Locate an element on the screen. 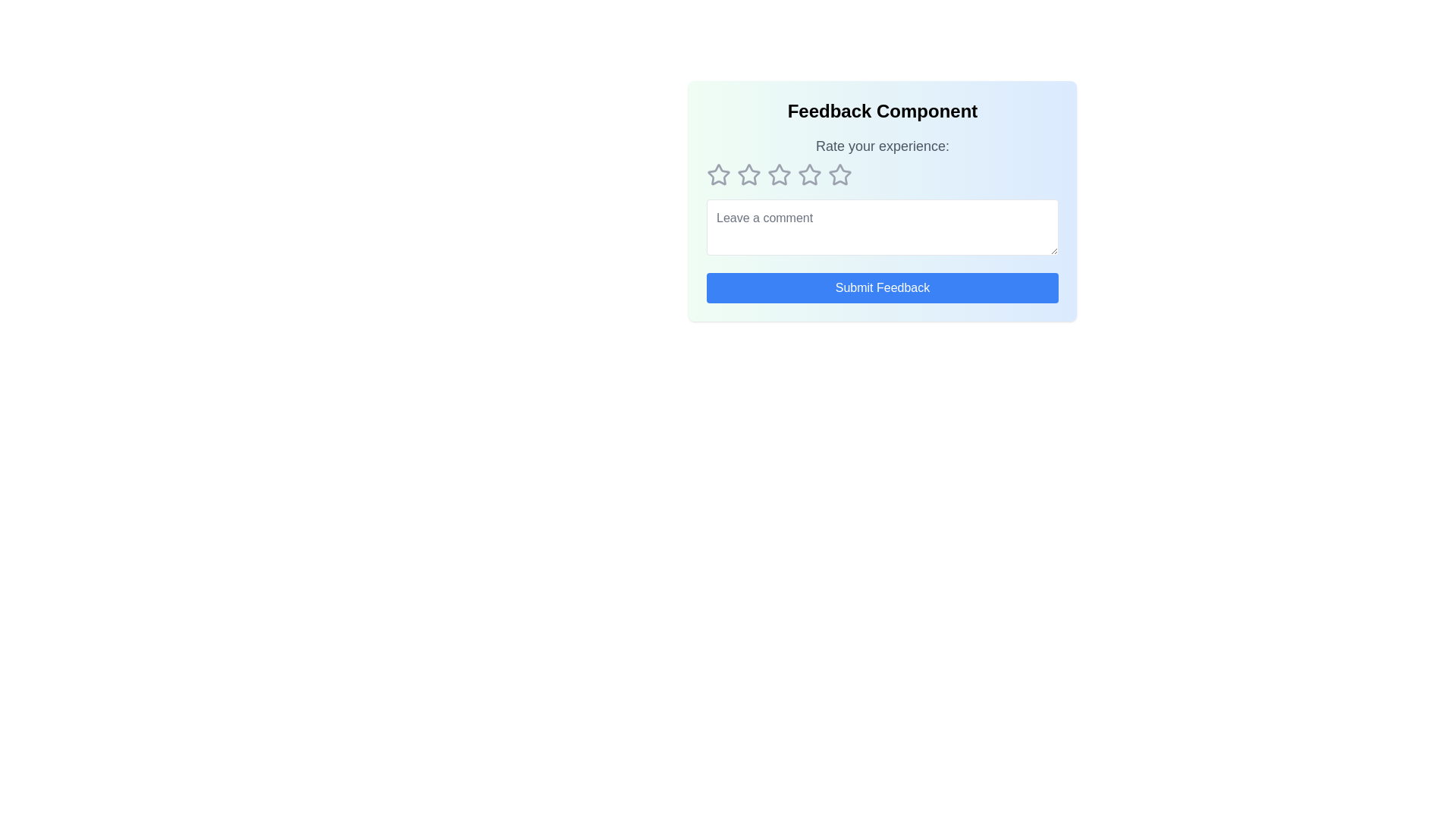 This screenshot has width=1456, height=819. the second star-shaped icon in the rating system is located at coordinates (749, 174).